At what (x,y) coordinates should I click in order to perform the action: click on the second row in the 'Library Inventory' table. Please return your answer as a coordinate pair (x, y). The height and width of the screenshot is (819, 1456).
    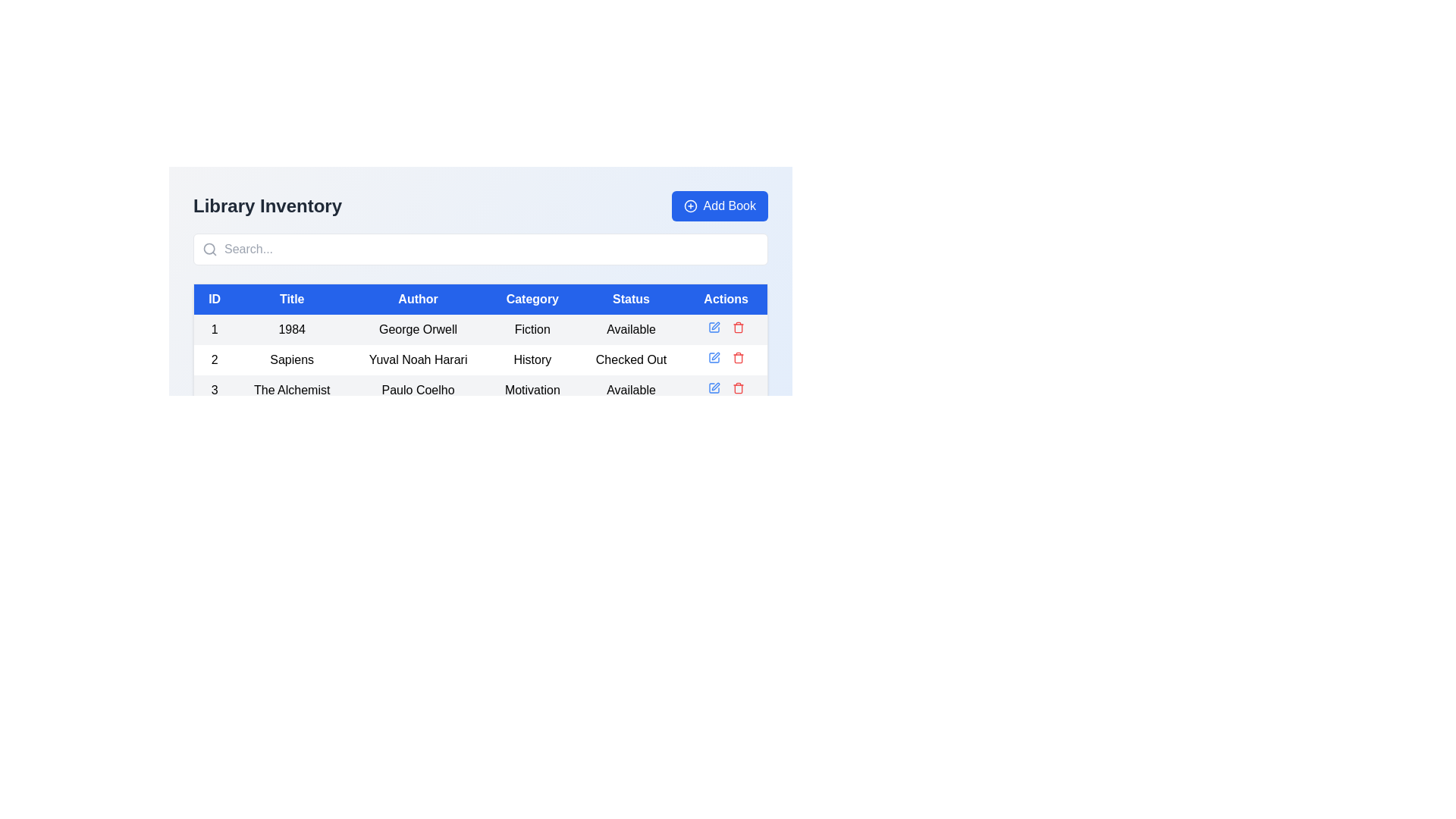
    Looking at the image, I should click on (479, 359).